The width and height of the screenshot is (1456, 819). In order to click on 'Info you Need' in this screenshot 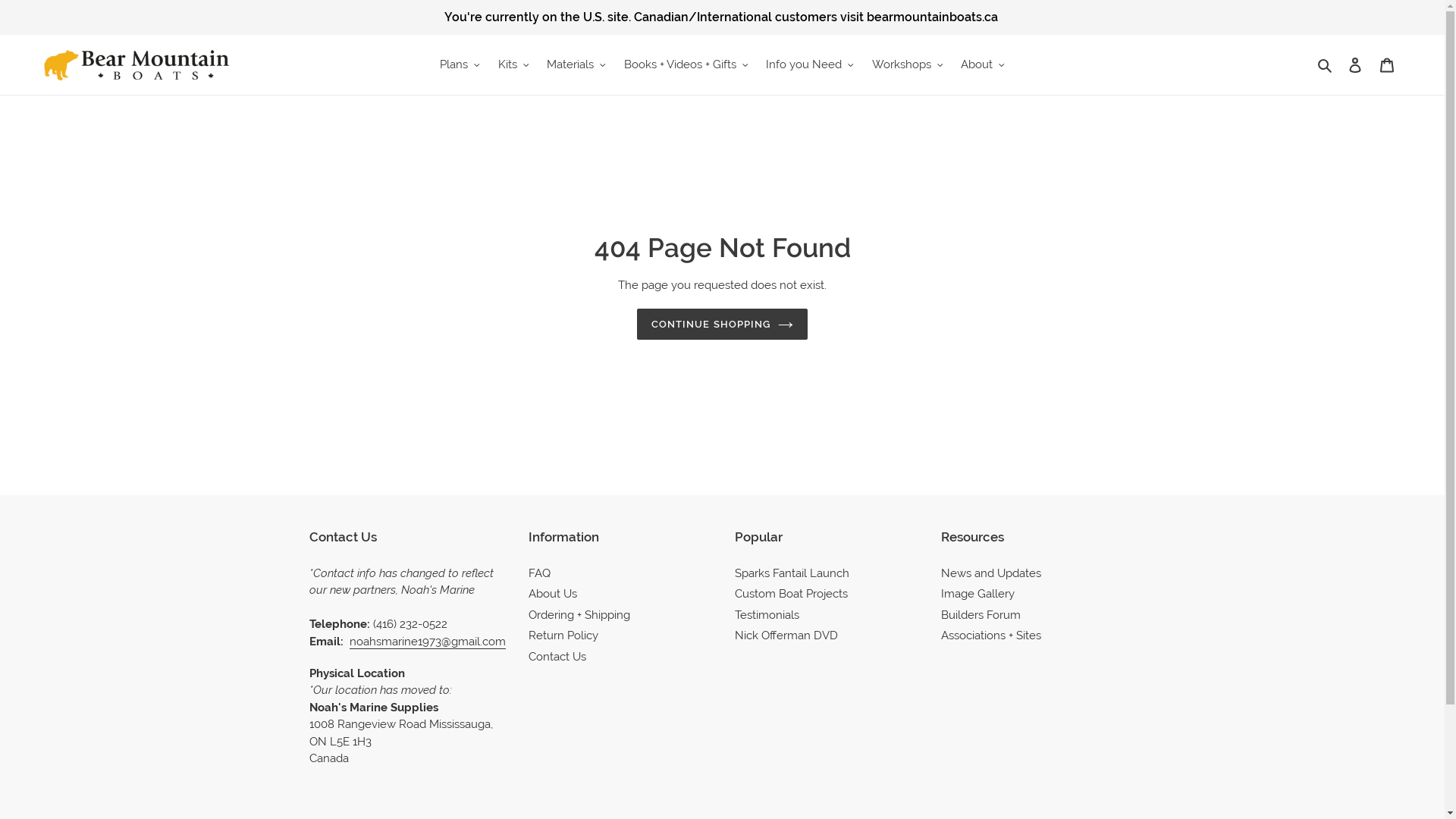, I will do `click(809, 64)`.